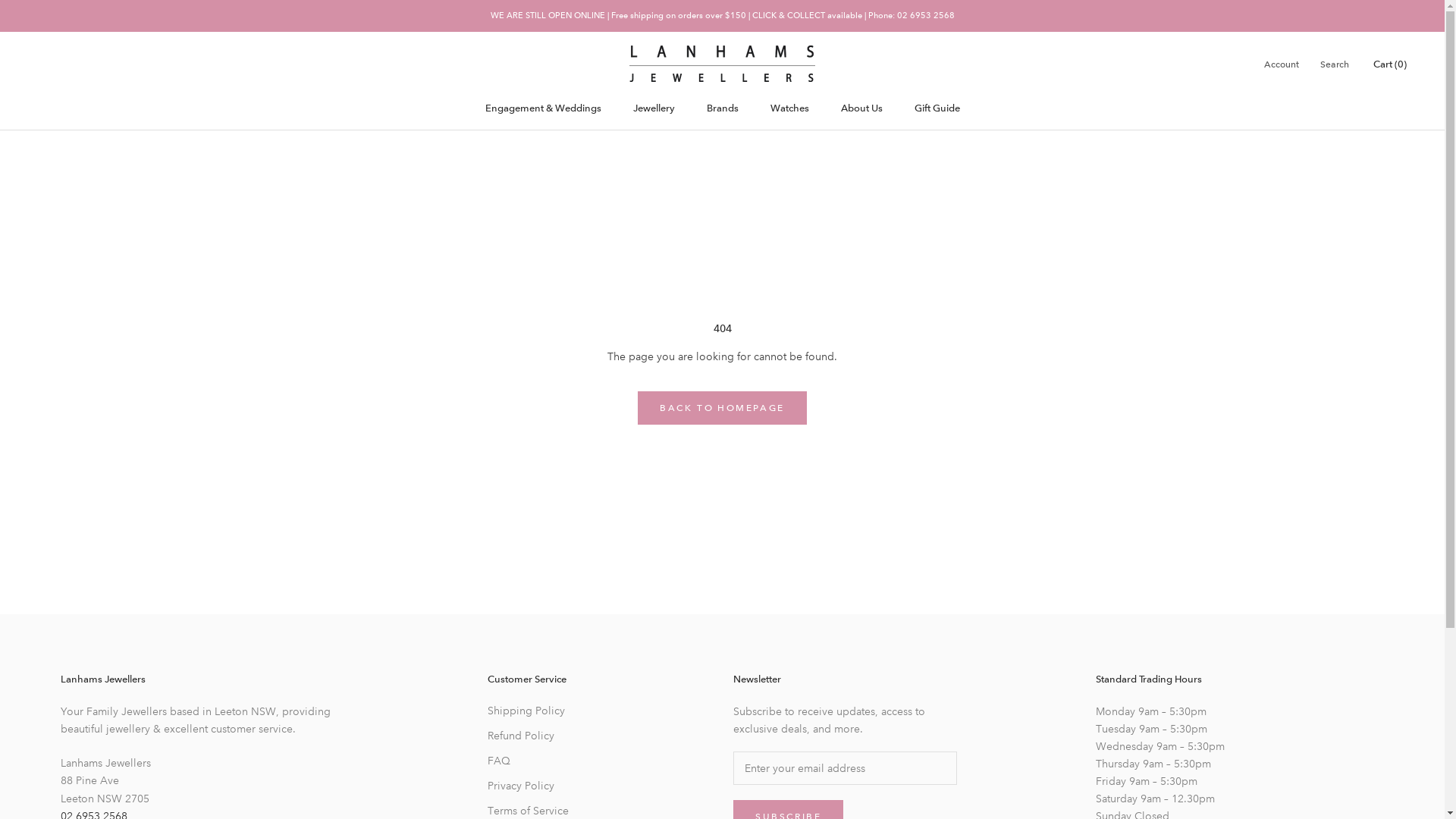  Describe the element at coordinates (541, 761) in the screenshot. I see `'FAQ'` at that location.